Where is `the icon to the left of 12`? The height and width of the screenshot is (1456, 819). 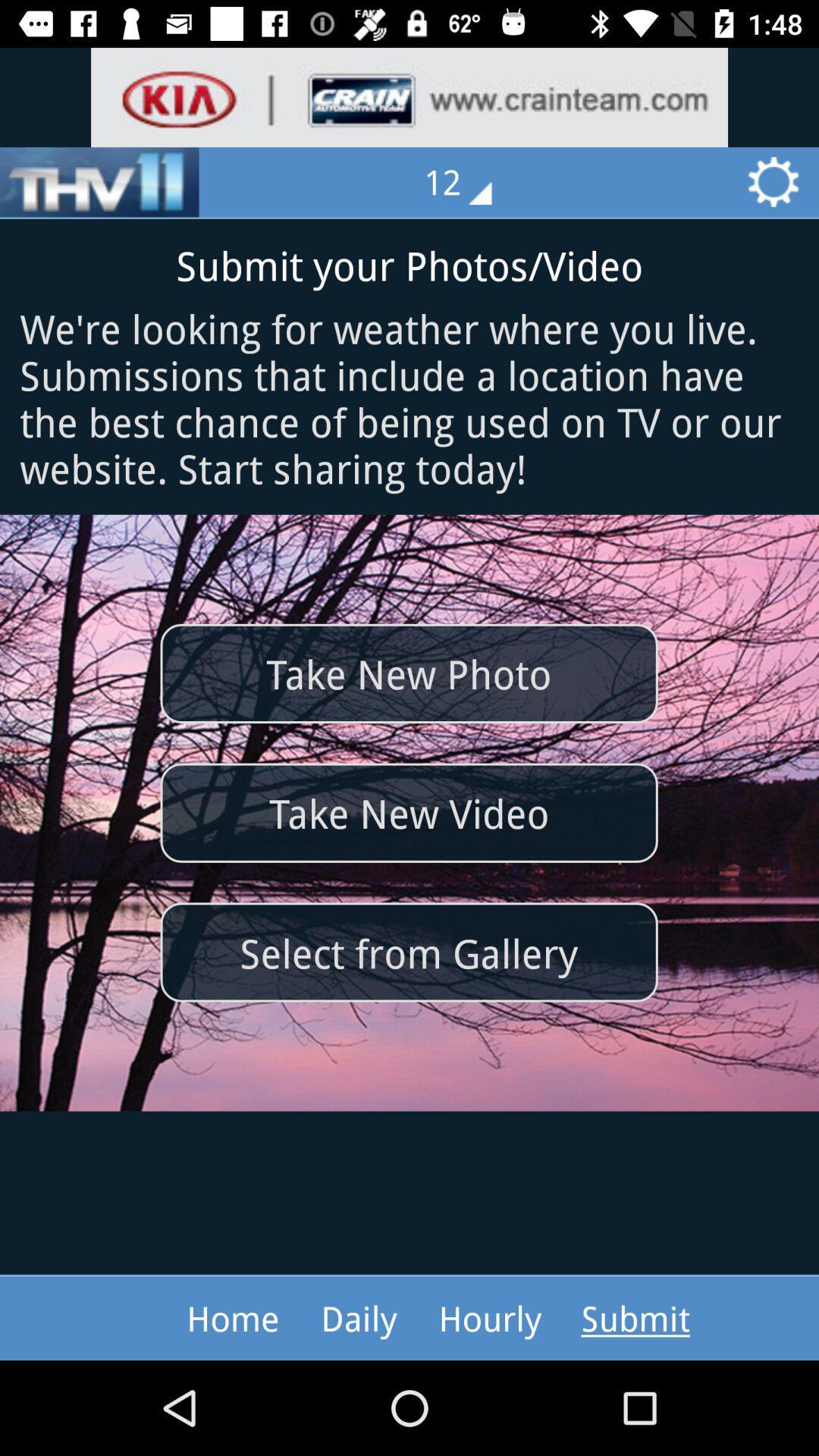 the icon to the left of 12 is located at coordinates (99, 182).